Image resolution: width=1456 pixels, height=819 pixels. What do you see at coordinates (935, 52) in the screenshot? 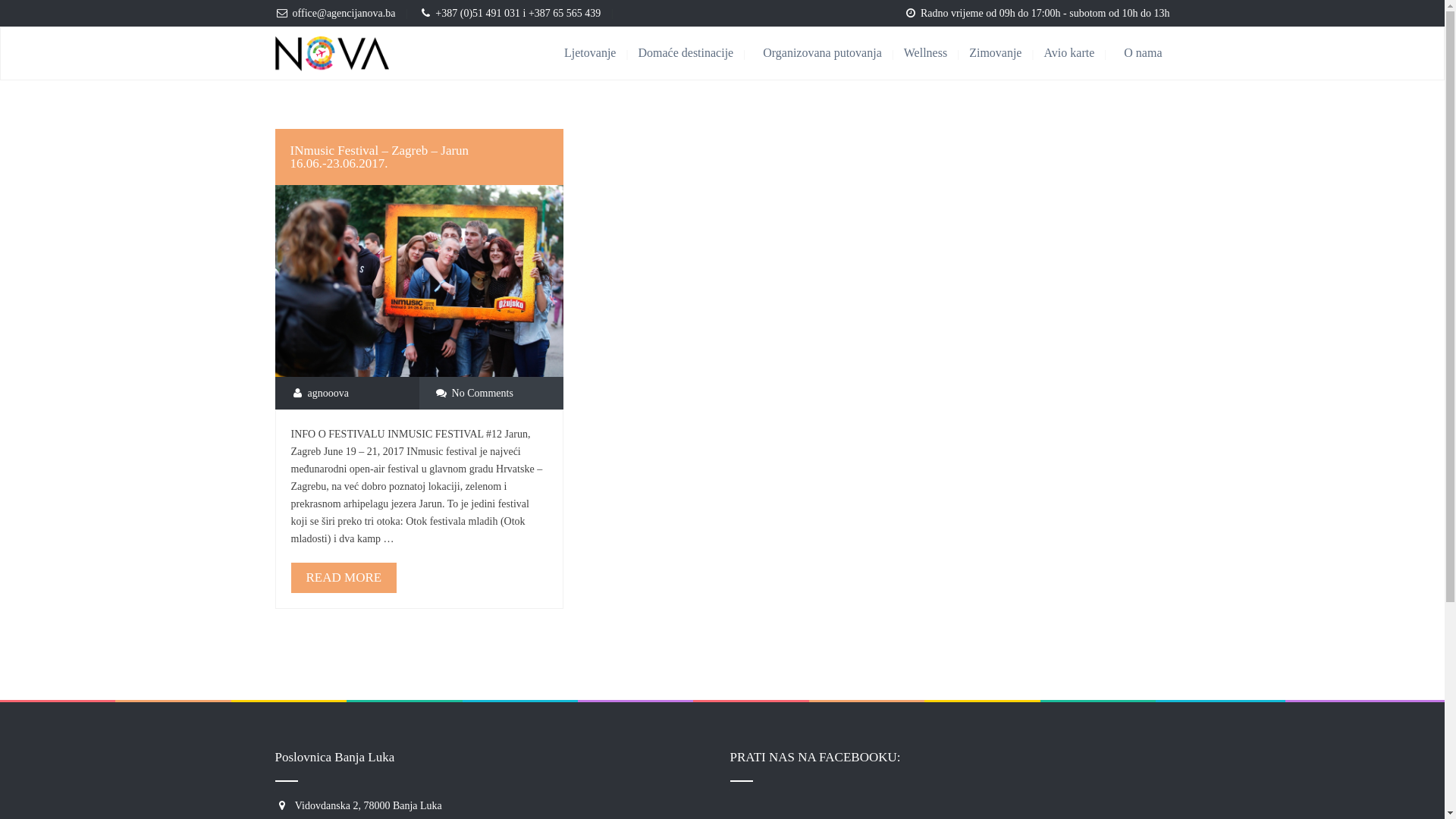
I see `'Wellness'` at bounding box center [935, 52].